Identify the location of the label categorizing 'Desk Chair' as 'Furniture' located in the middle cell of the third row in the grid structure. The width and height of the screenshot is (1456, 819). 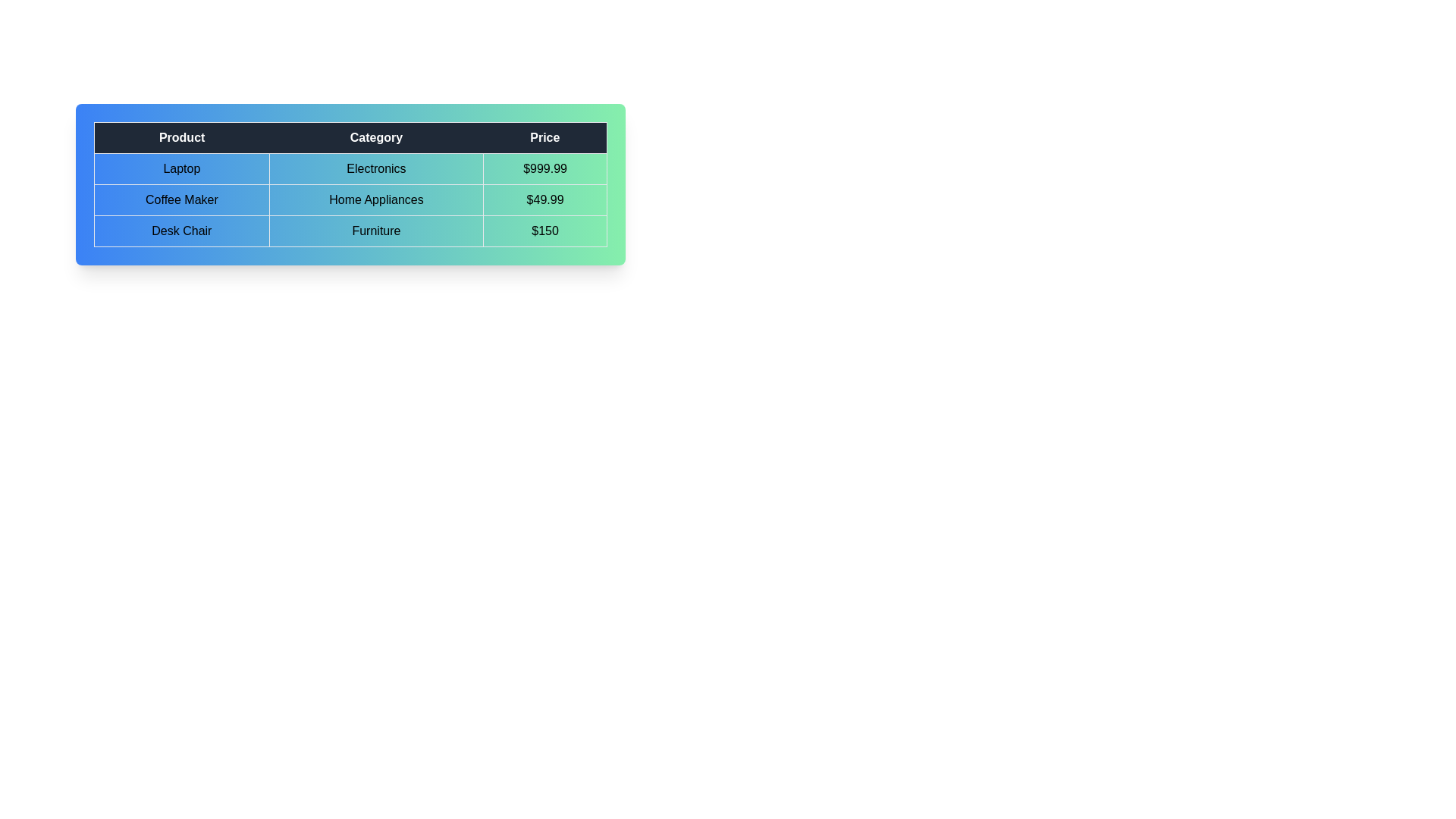
(376, 231).